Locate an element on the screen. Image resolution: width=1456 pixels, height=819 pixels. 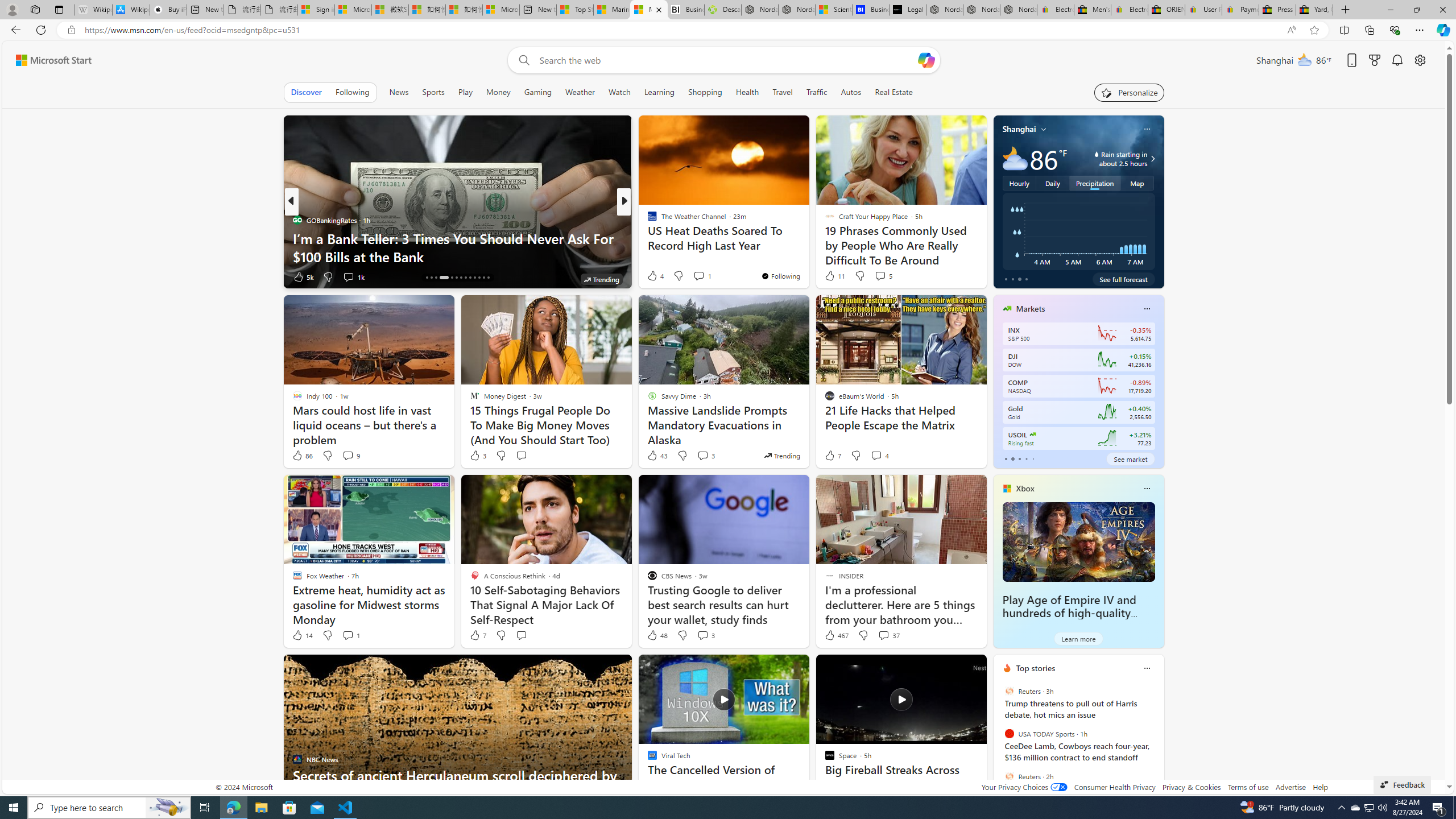
'Learning' is located at coordinates (659, 92).